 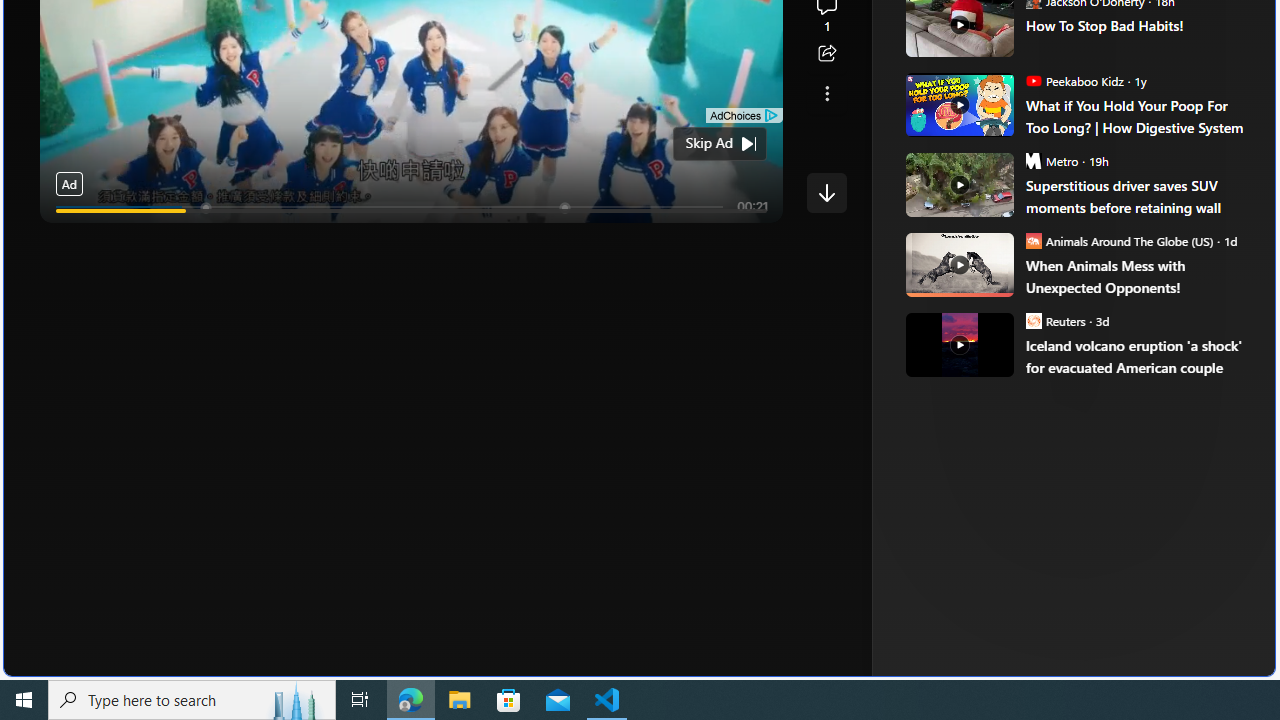 What do you see at coordinates (1118, 239) in the screenshot?
I see `'Animals Around The Globe (US) Animals Around The Globe (US)'` at bounding box center [1118, 239].